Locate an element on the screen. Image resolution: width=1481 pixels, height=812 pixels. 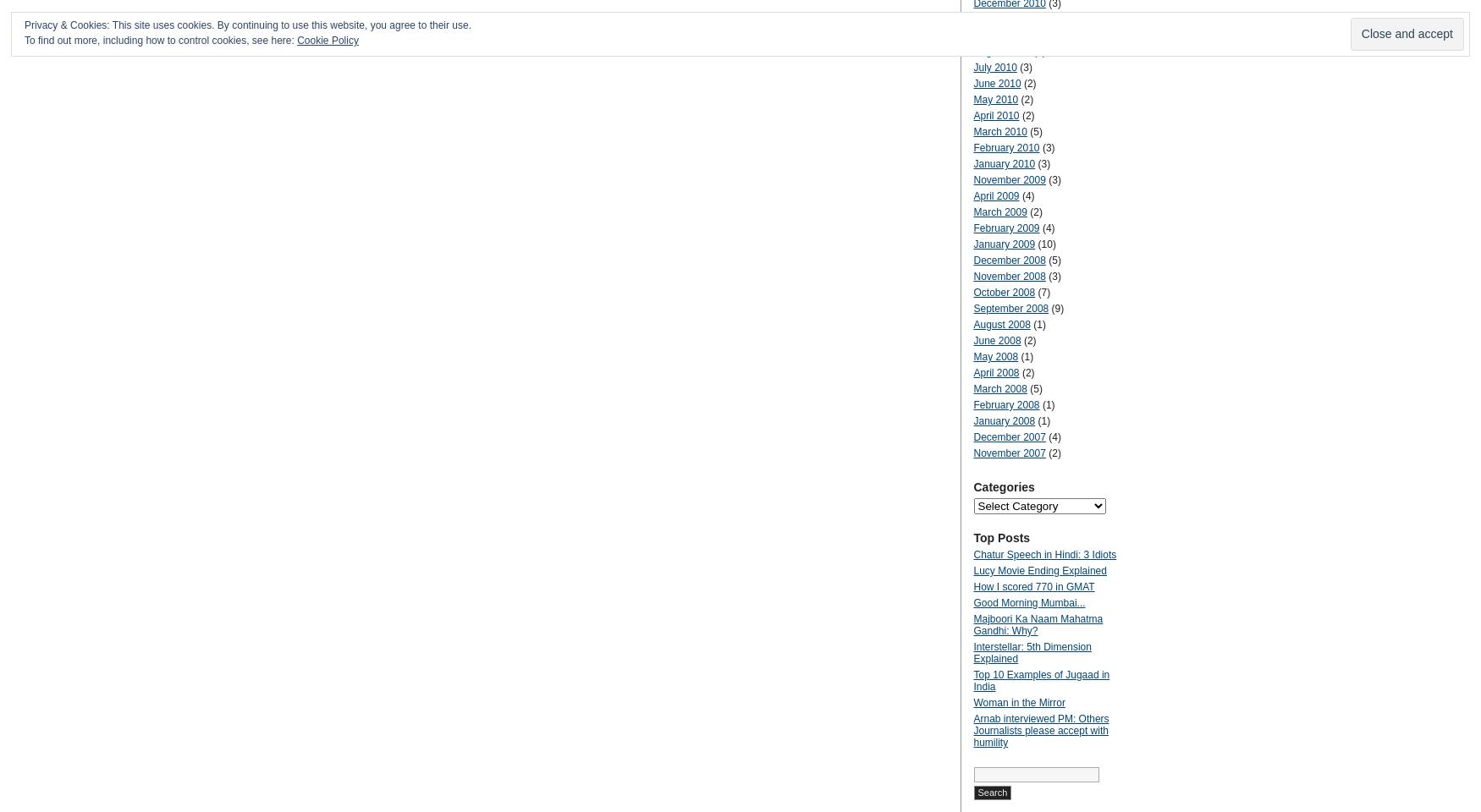
'Top Posts' is located at coordinates (972, 537).